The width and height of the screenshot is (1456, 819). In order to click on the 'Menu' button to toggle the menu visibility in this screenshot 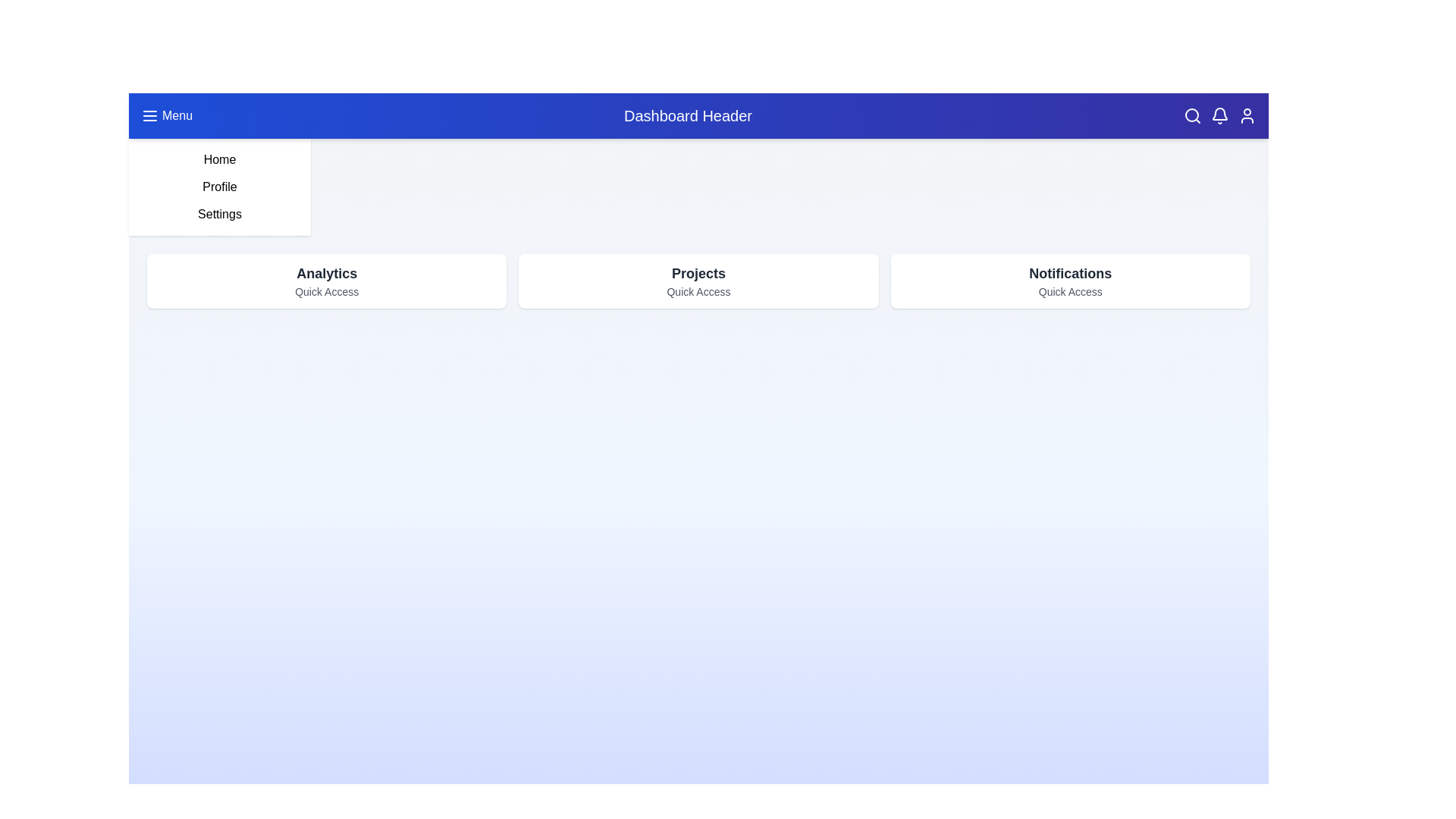, I will do `click(167, 115)`.